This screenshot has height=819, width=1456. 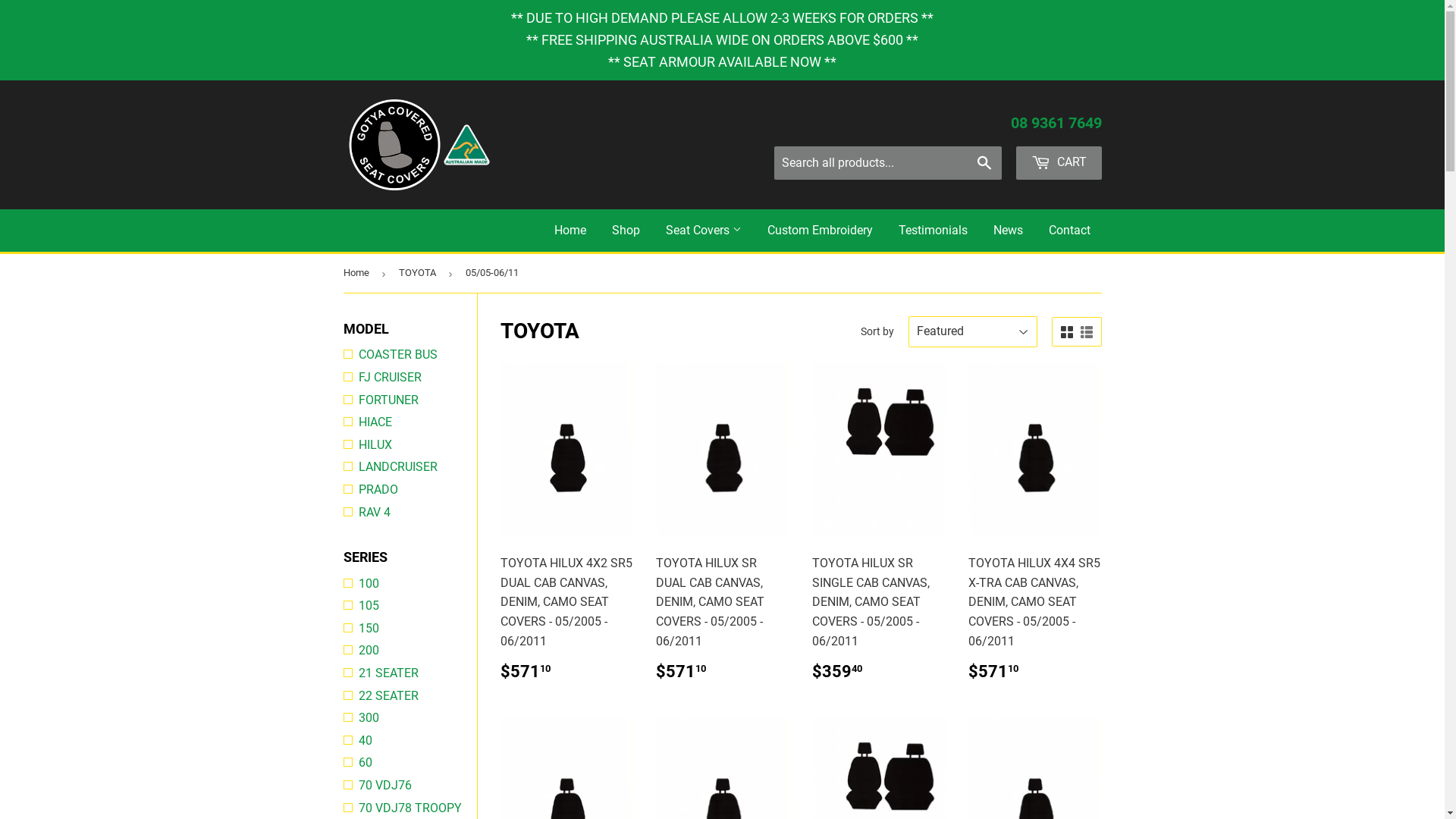 I want to click on 'FORTUNER', so click(x=409, y=400).